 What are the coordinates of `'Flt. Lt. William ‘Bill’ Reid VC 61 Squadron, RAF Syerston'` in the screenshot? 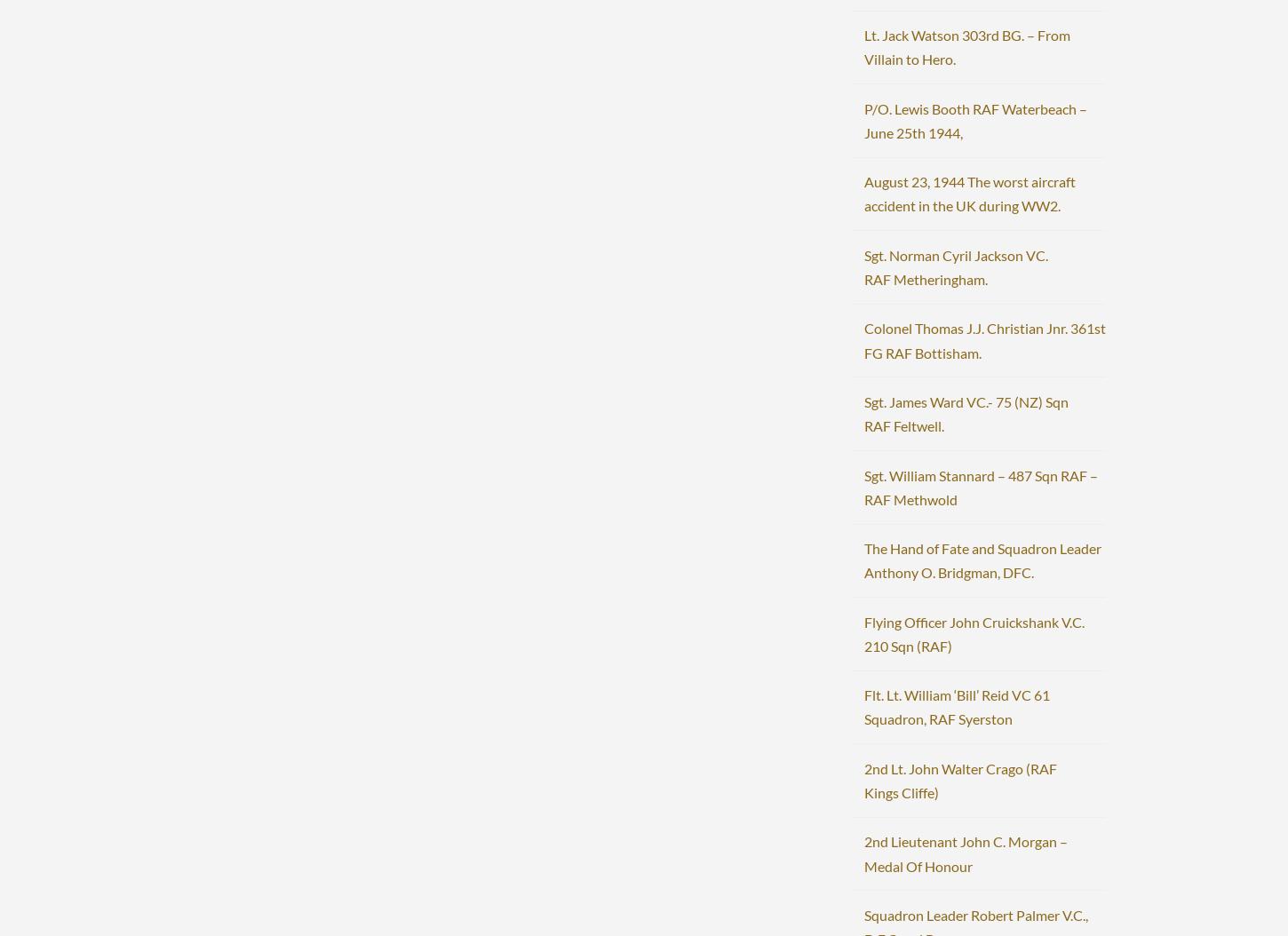 It's located at (863, 705).